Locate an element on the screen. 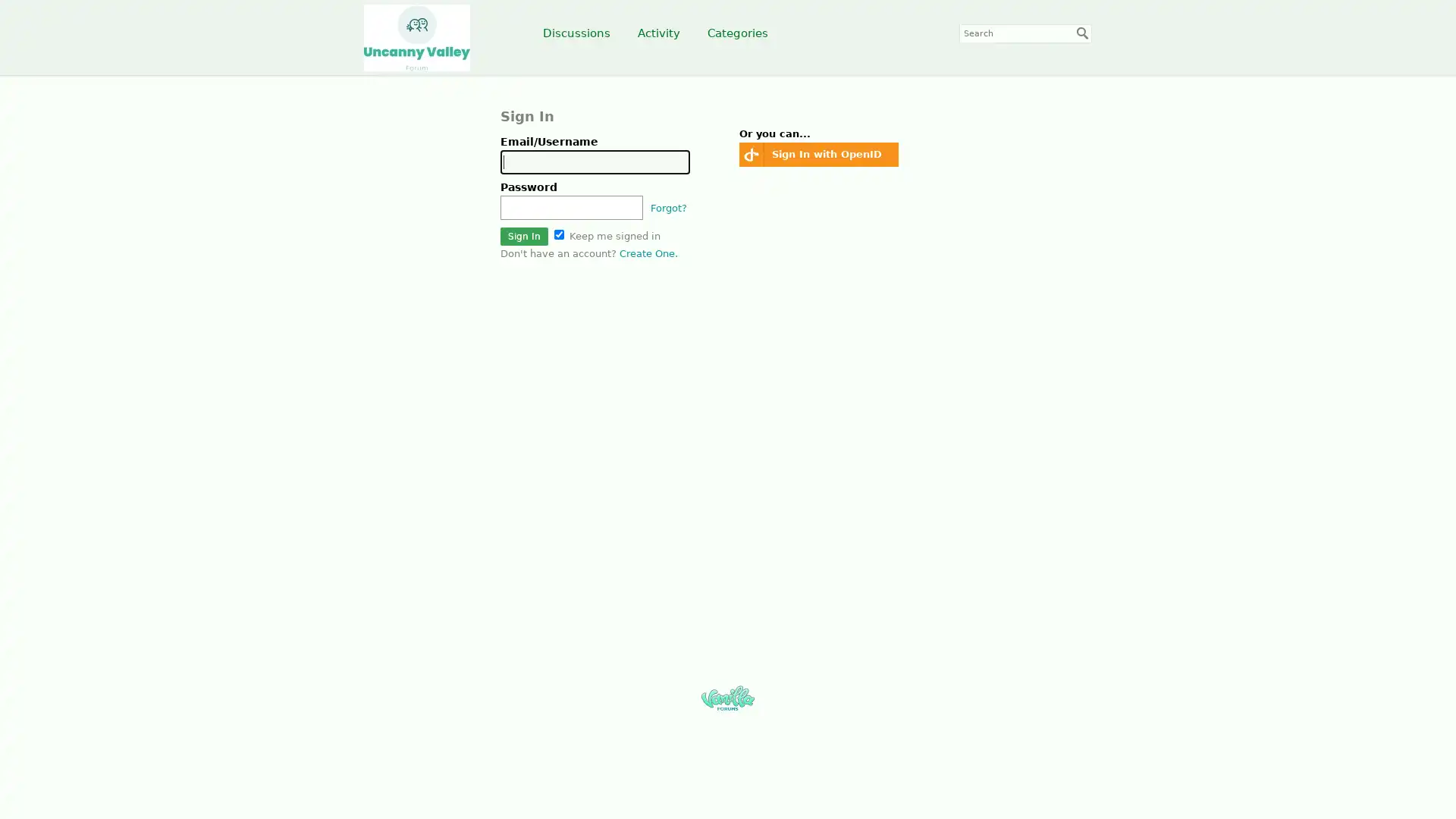 Image resolution: width=1456 pixels, height=819 pixels. Search is located at coordinates (1082, 33).